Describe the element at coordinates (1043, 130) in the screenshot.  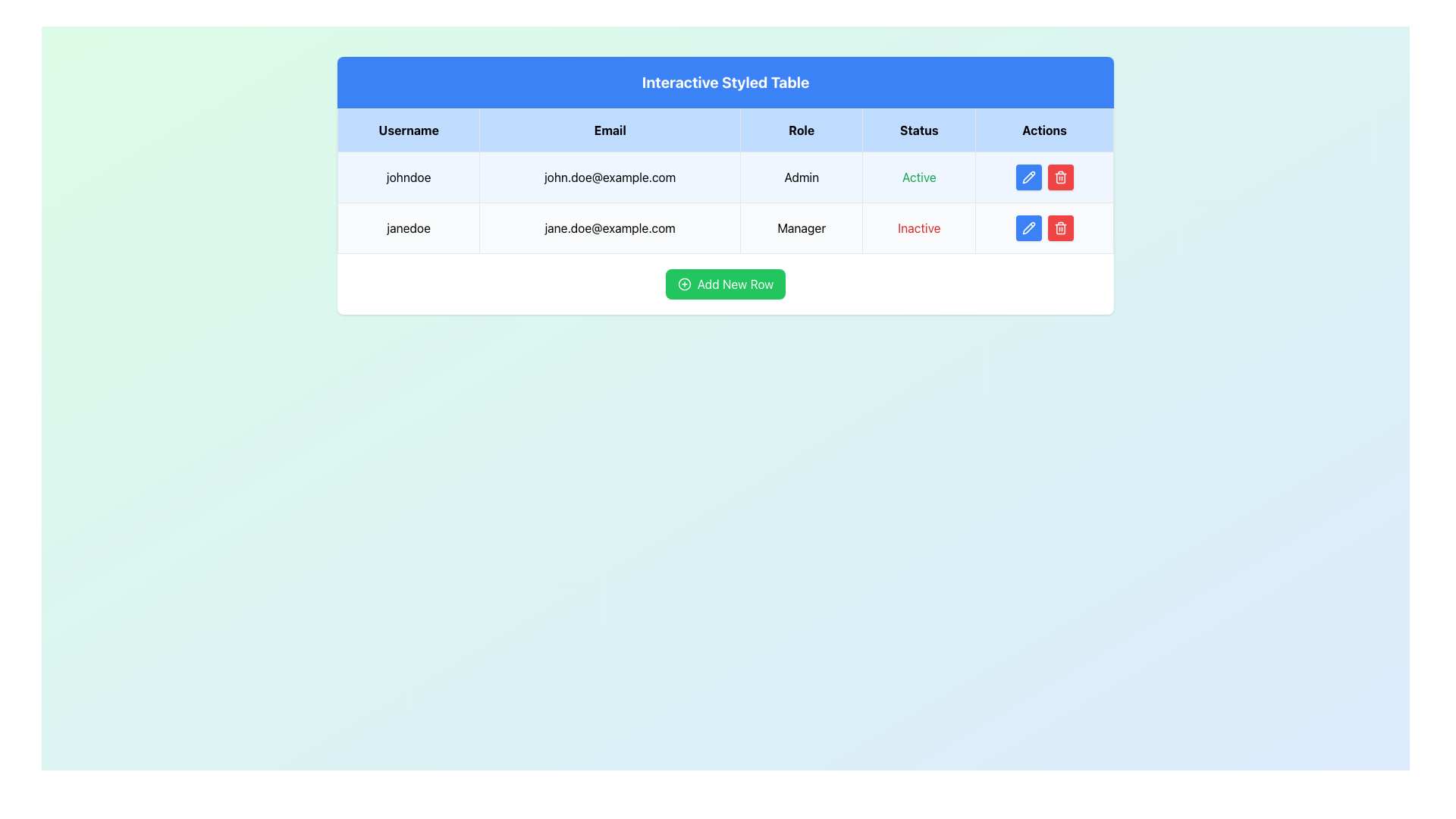
I see `text from the 'Actions' column header, which is the fifth column header in the table layout` at that location.